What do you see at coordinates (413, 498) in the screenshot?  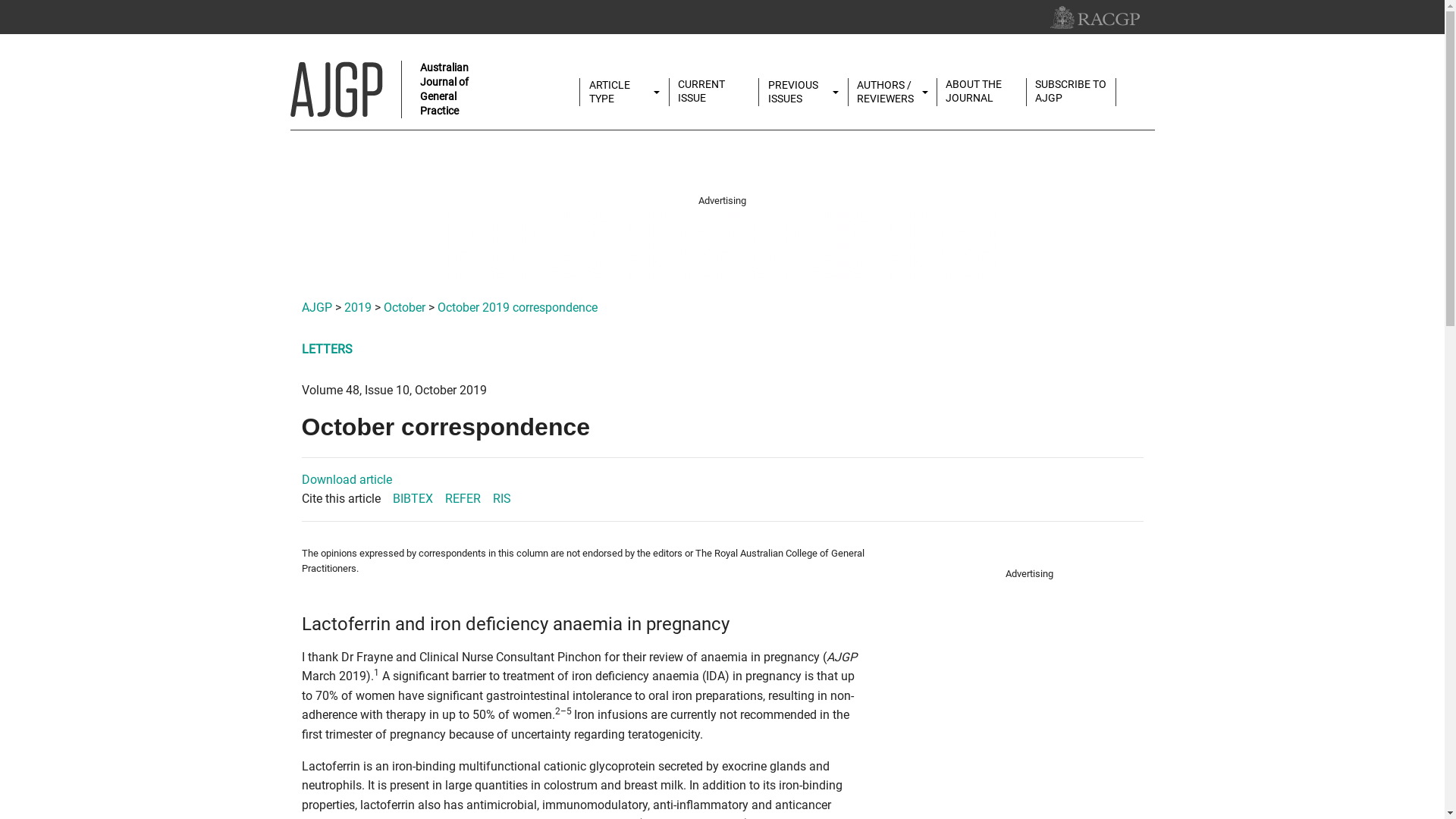 I see `'BIBTEX'` at bounding box center [413, 498].